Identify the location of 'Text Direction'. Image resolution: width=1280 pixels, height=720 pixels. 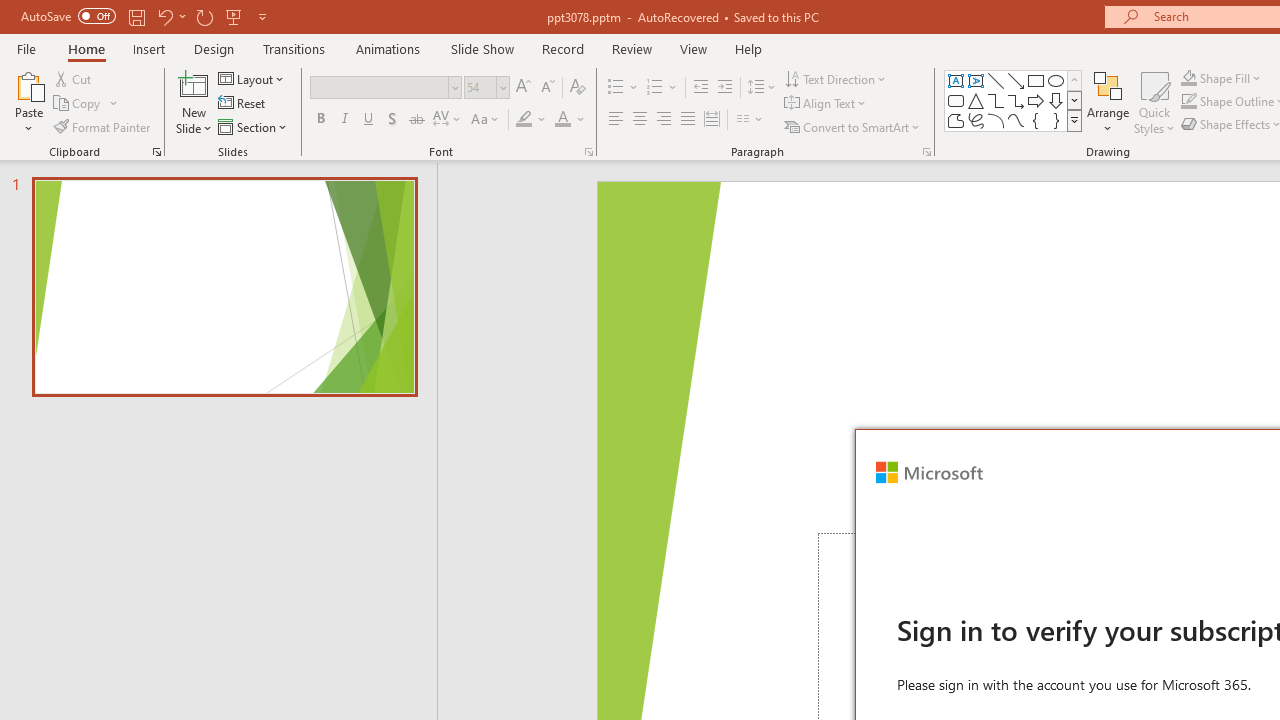
(837, 78).